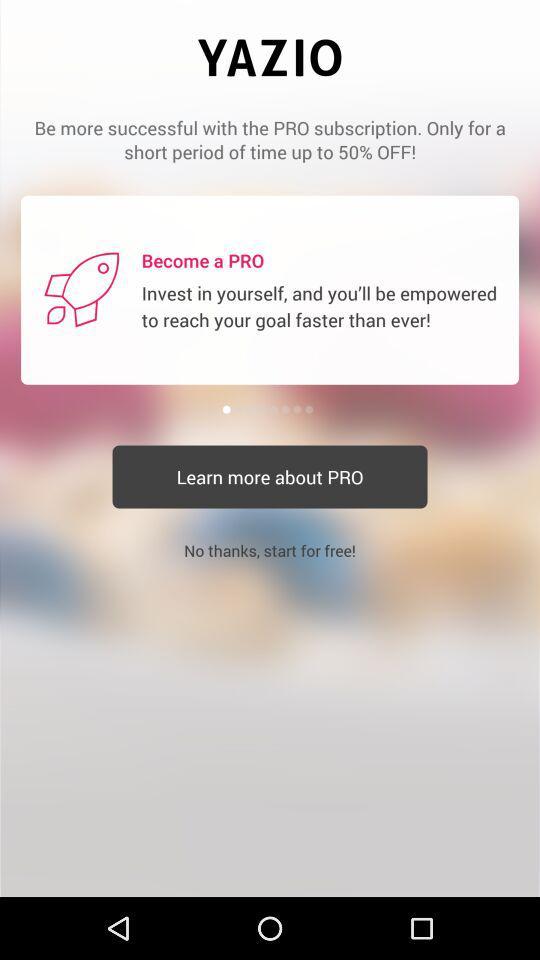 This screenshot has height=960, width=540. I want to click on learn more about icon, so click(270, 477).